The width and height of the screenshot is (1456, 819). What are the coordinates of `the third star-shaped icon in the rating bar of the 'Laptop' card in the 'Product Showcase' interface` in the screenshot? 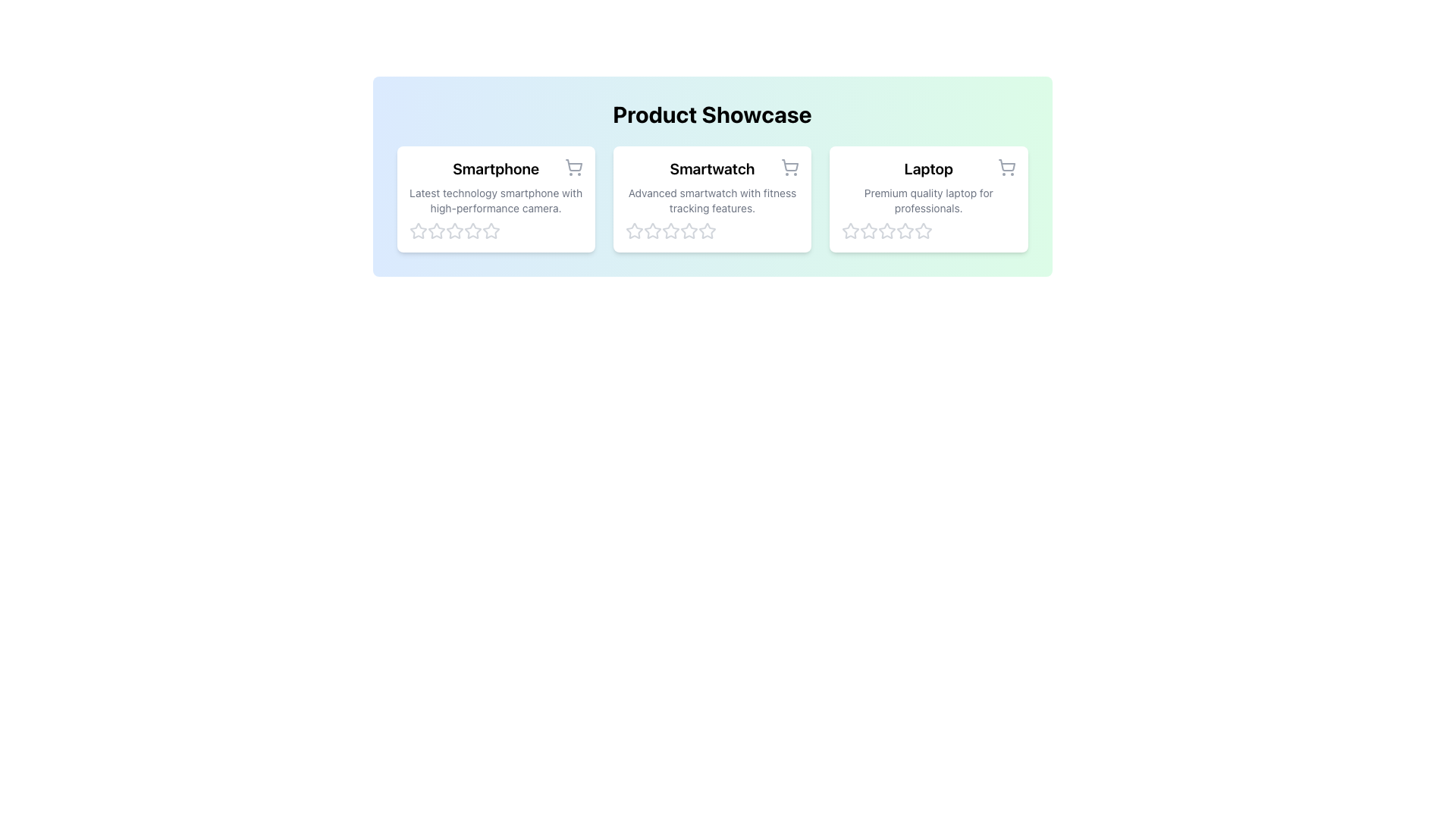 It's located at (887, 231).